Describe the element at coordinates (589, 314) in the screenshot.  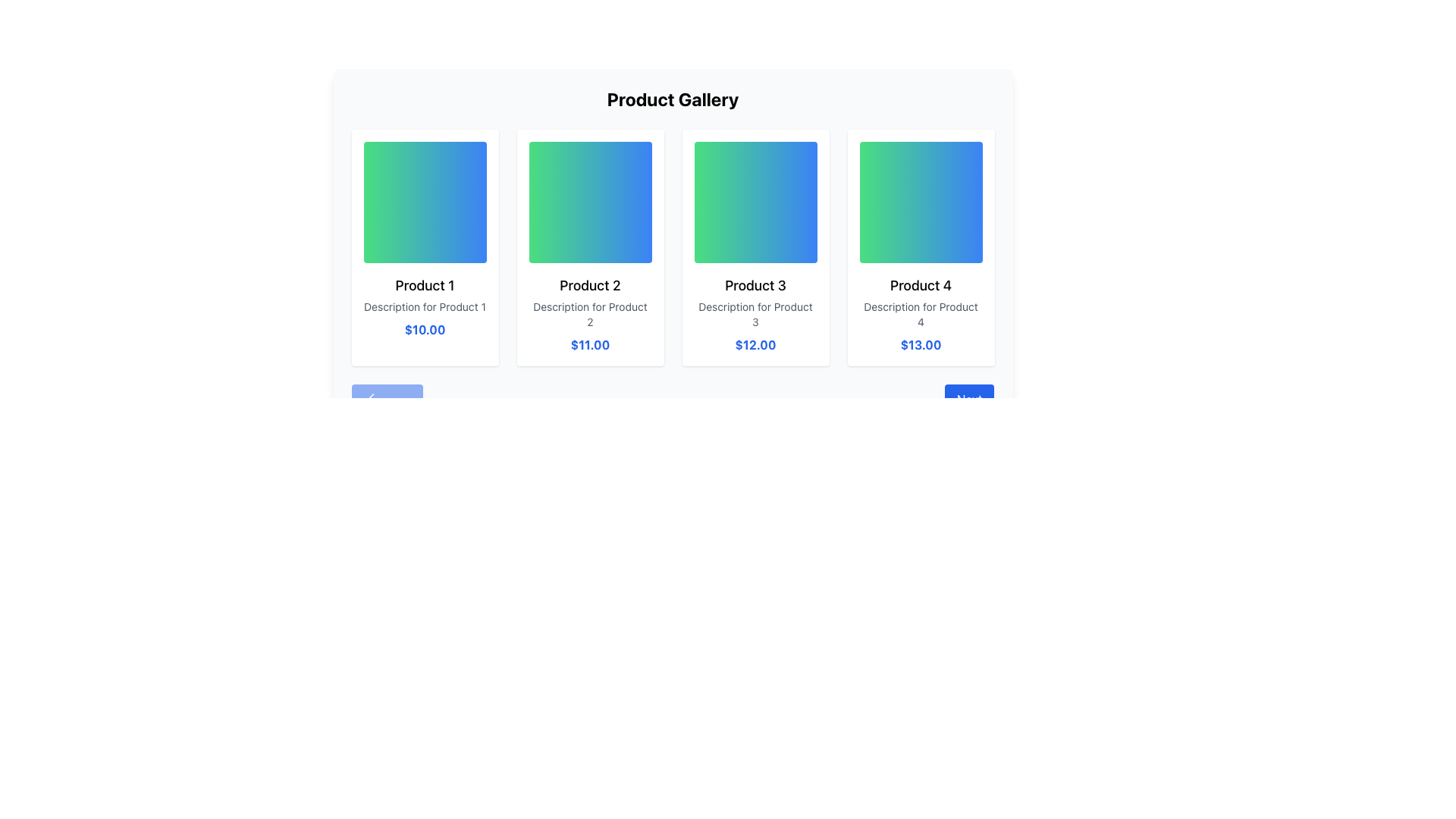
I see `the textual description of 'Product 2' which is situated between the title 'Product 2' and the price label '$11.00'` at that location.